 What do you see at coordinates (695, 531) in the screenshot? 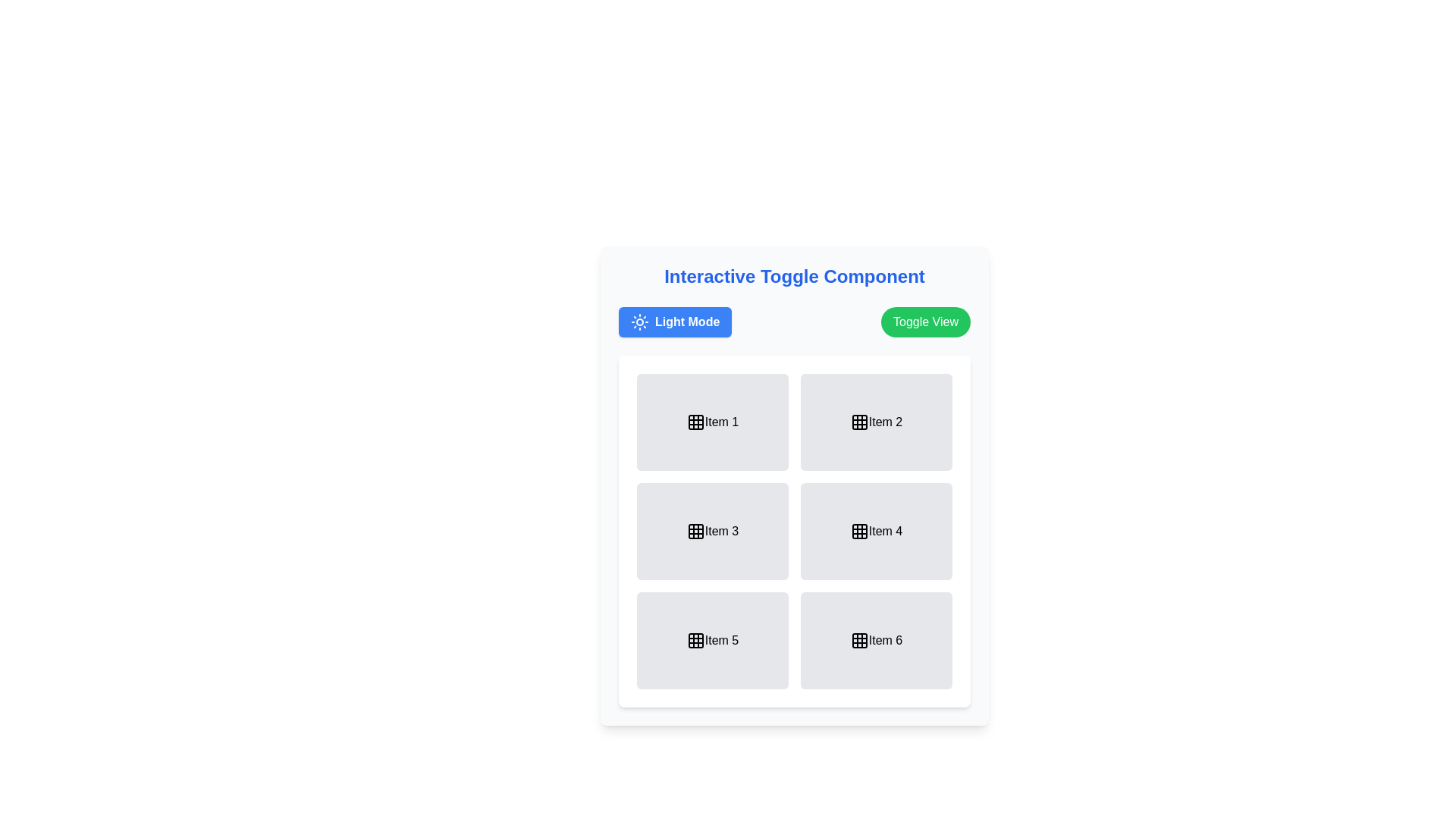
I see `the grid-like icon composed of 3x3 squares with rounded corners, located inside the light gray button labeled 'Item 3'` at bounding box center [695, 531].